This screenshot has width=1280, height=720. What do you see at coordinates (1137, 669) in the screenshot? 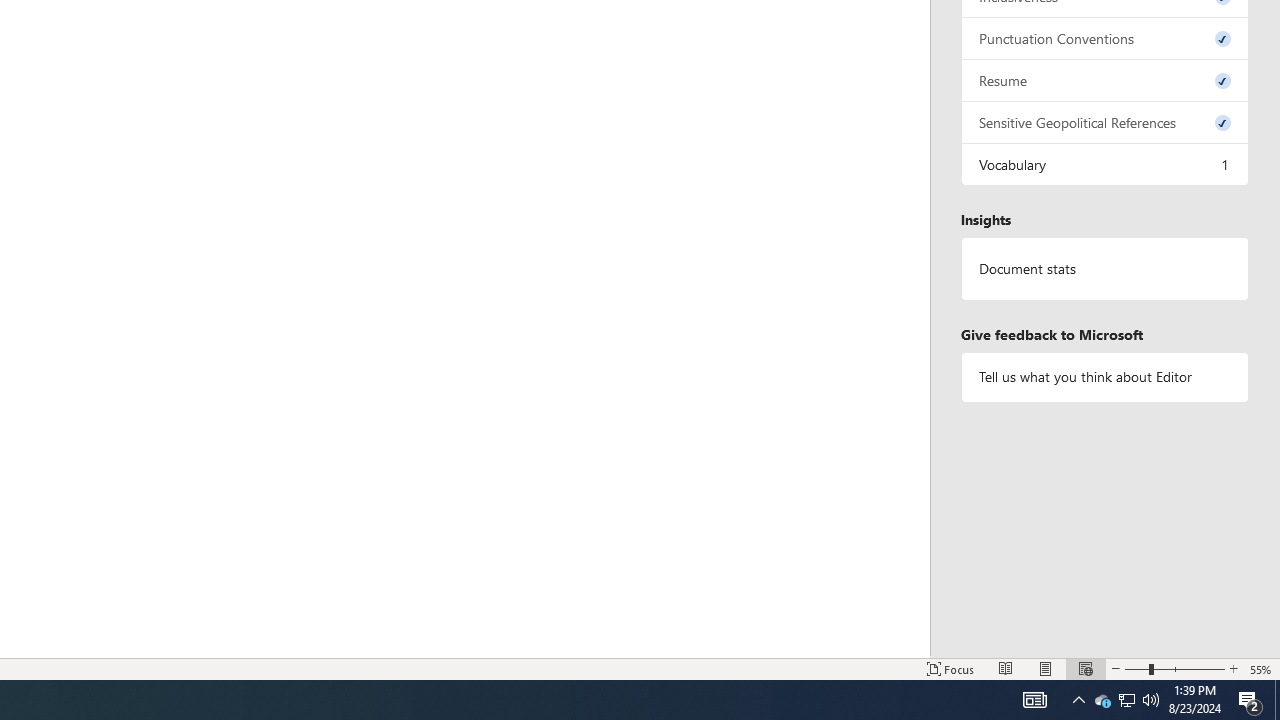
I see `'Zoom Out'` at bounding box center [1137, 669].